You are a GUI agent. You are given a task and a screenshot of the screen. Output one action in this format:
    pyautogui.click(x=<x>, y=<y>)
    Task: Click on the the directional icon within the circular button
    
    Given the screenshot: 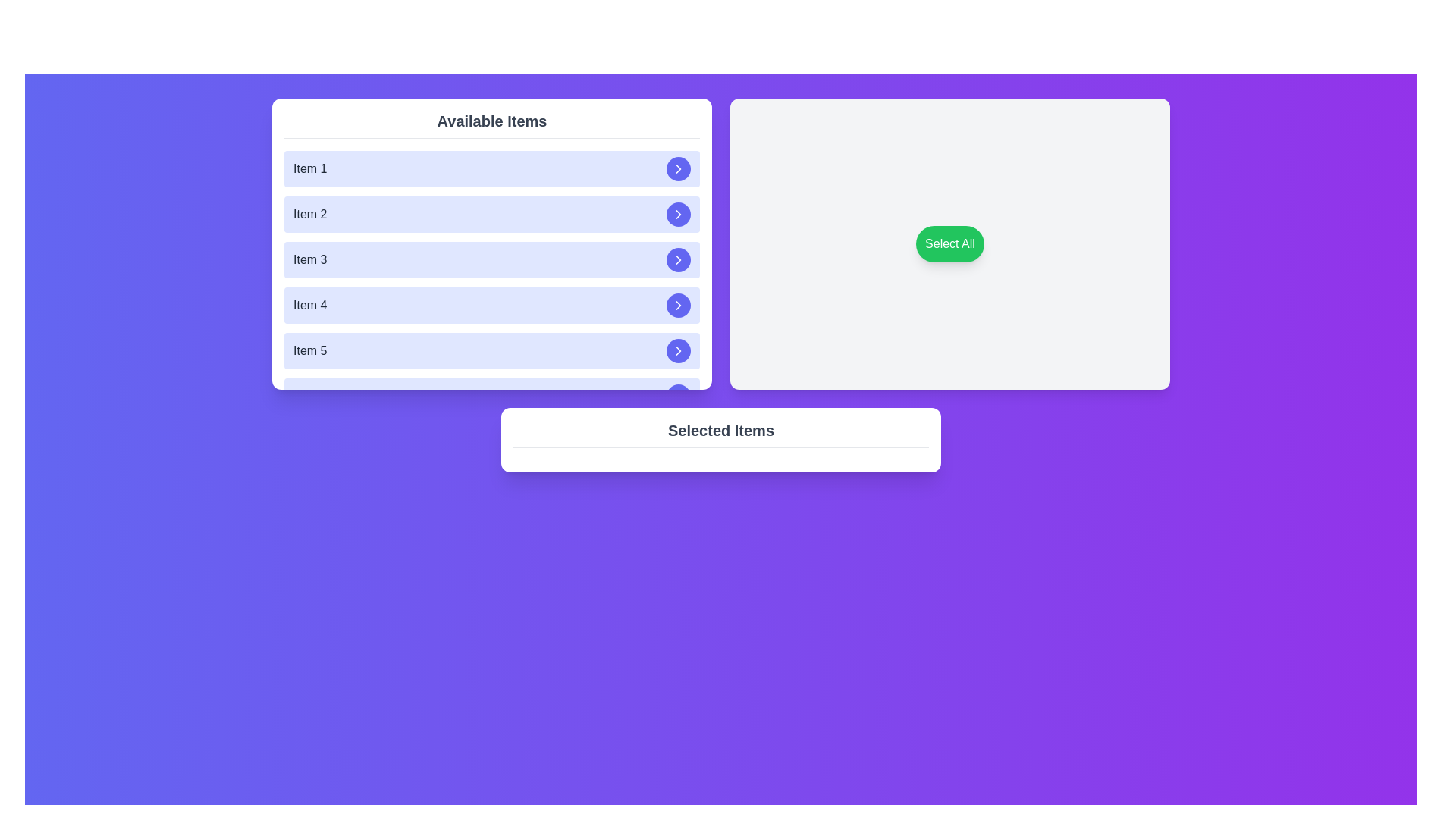 What is the action you would take?
    pyautogui.click(x=677, y=396)
    